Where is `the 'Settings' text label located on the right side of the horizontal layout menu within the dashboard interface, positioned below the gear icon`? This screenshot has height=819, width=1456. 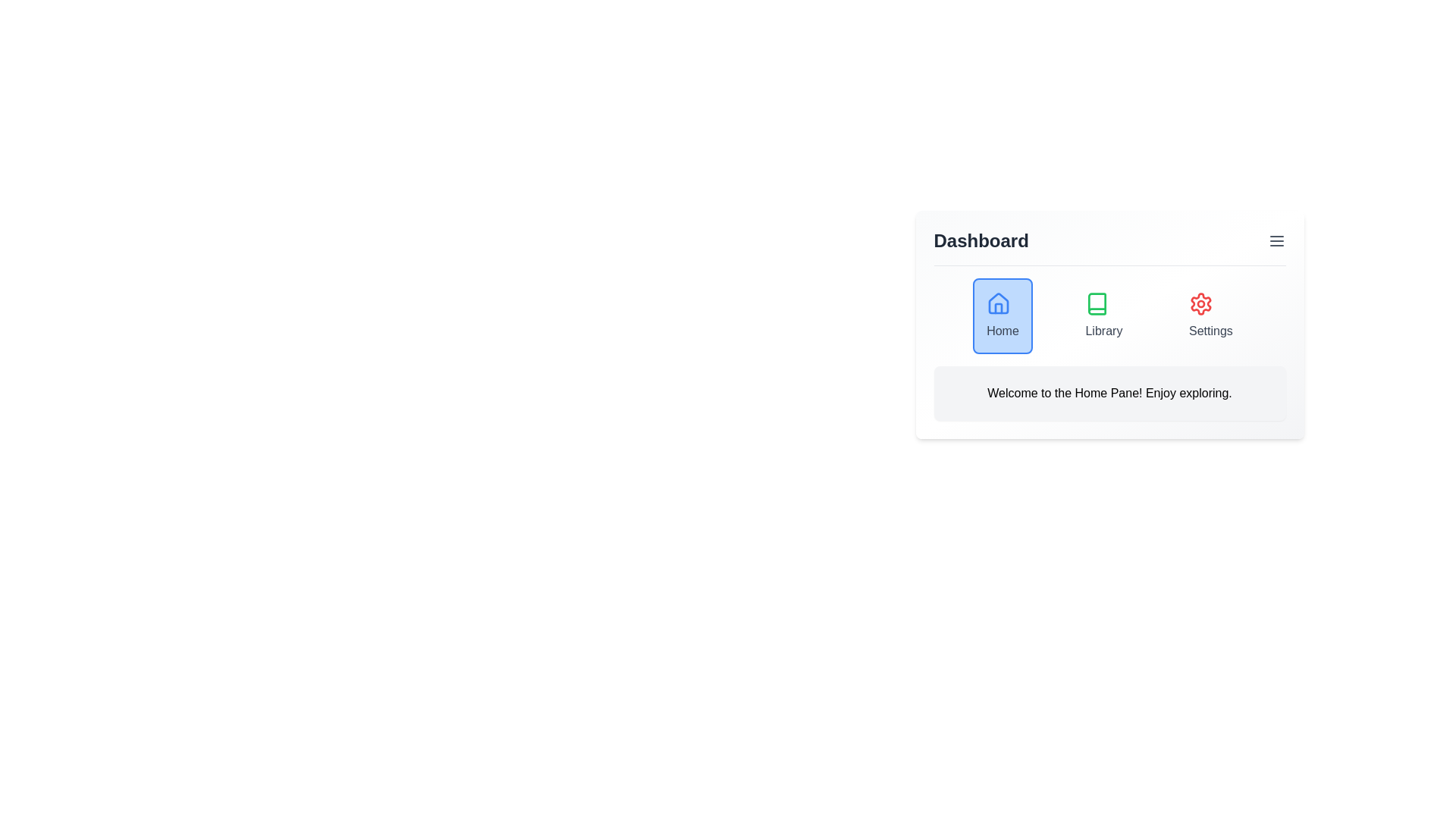 the 'Settings' text label located on the right side of the horizontal layout menu within the dashboard interface, positioned below the gear icon is located at coordinates (1210, 330).